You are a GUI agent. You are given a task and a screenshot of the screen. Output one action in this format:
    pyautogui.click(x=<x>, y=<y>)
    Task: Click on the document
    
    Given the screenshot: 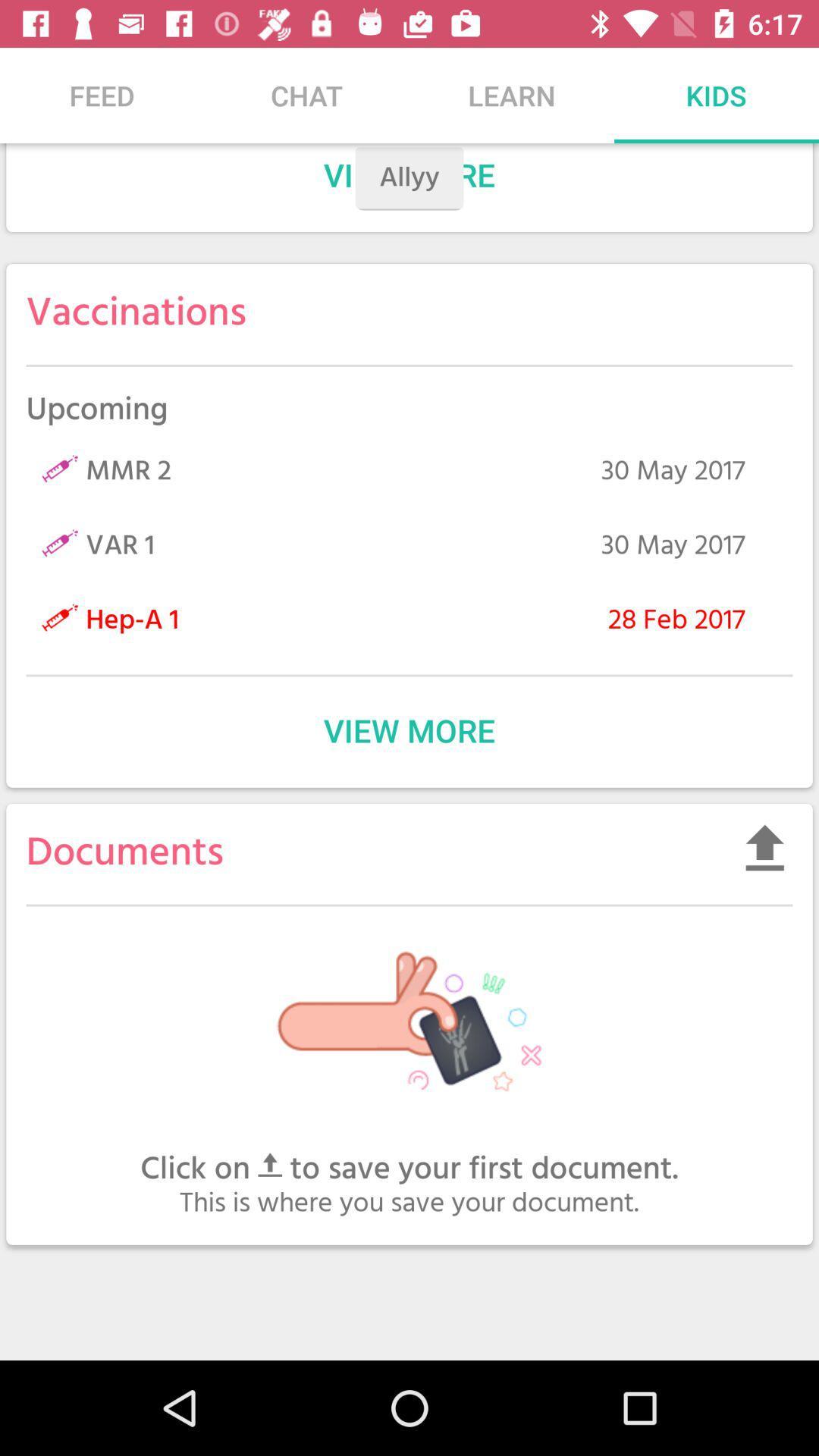 What is the action you would take?
    pyautogui.click(x=764, y=846)
    